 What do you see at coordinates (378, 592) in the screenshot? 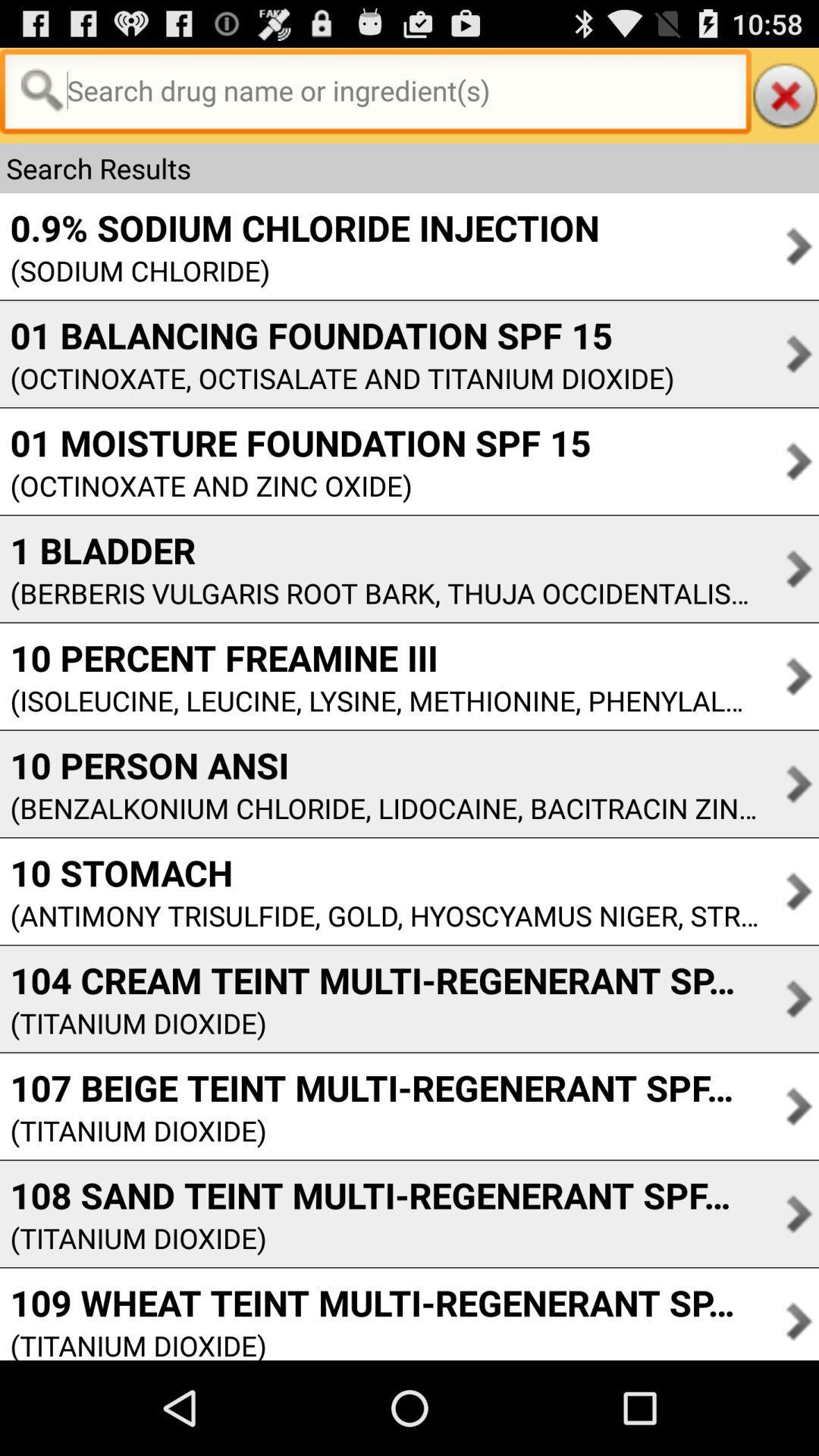
I see `berberis vulgaris root` at bounding box center [378, 592].